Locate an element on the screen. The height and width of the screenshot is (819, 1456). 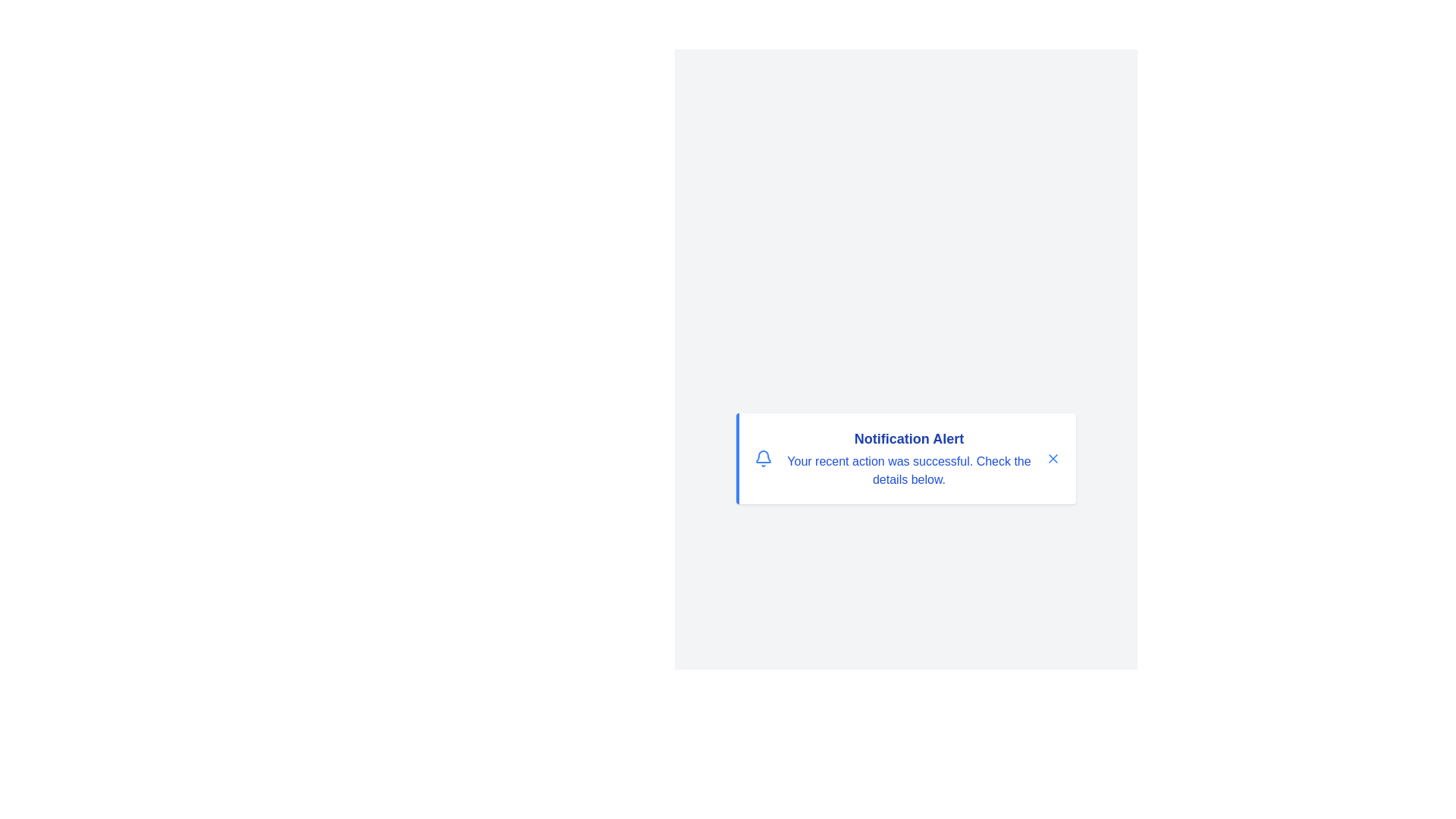
the close button to dismiss the notification is located at coordinates (1052, 458).